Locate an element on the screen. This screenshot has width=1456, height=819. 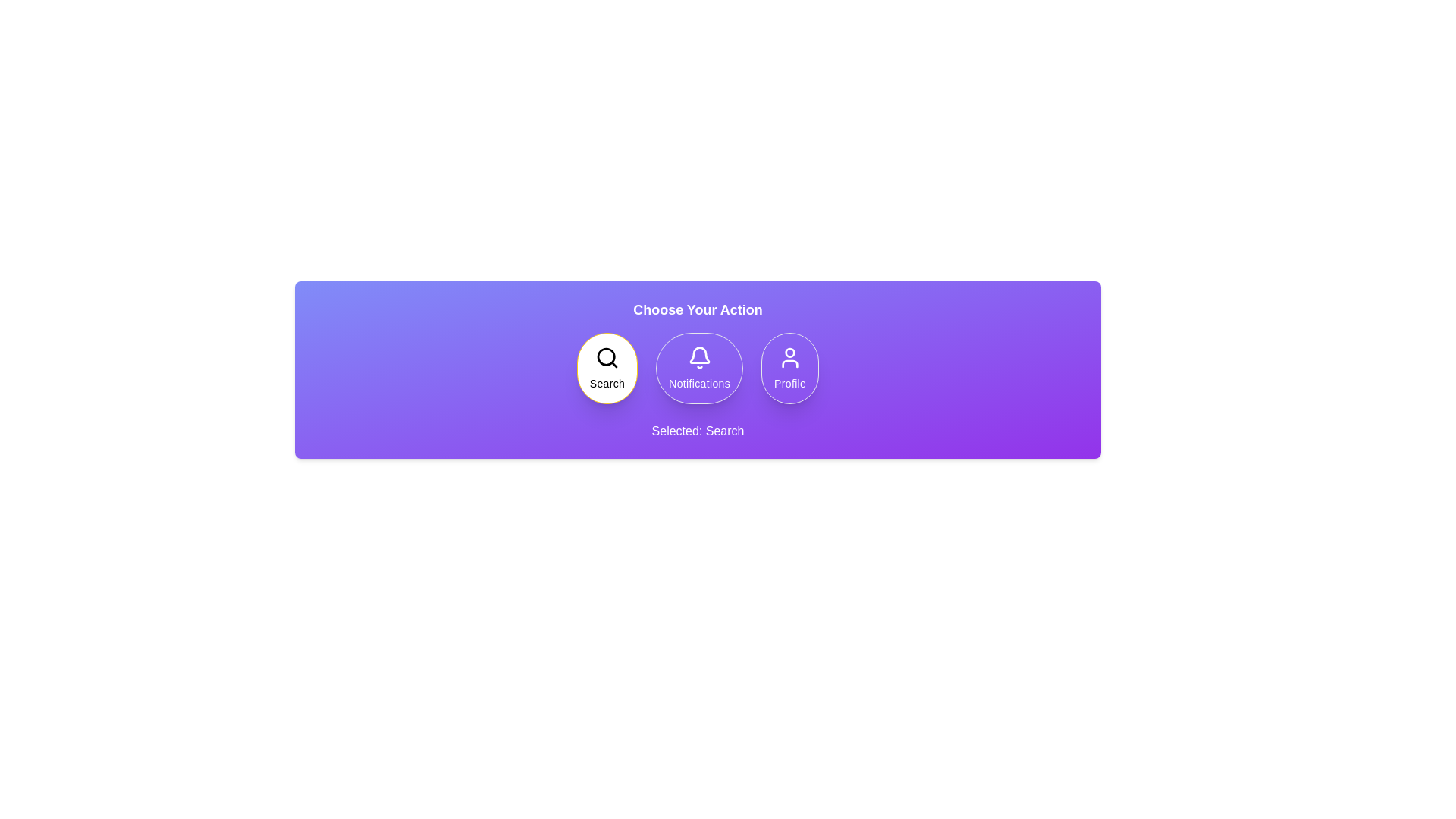
the option Notifications by clicking on its corresponding button is located at coordinates (698, 369).